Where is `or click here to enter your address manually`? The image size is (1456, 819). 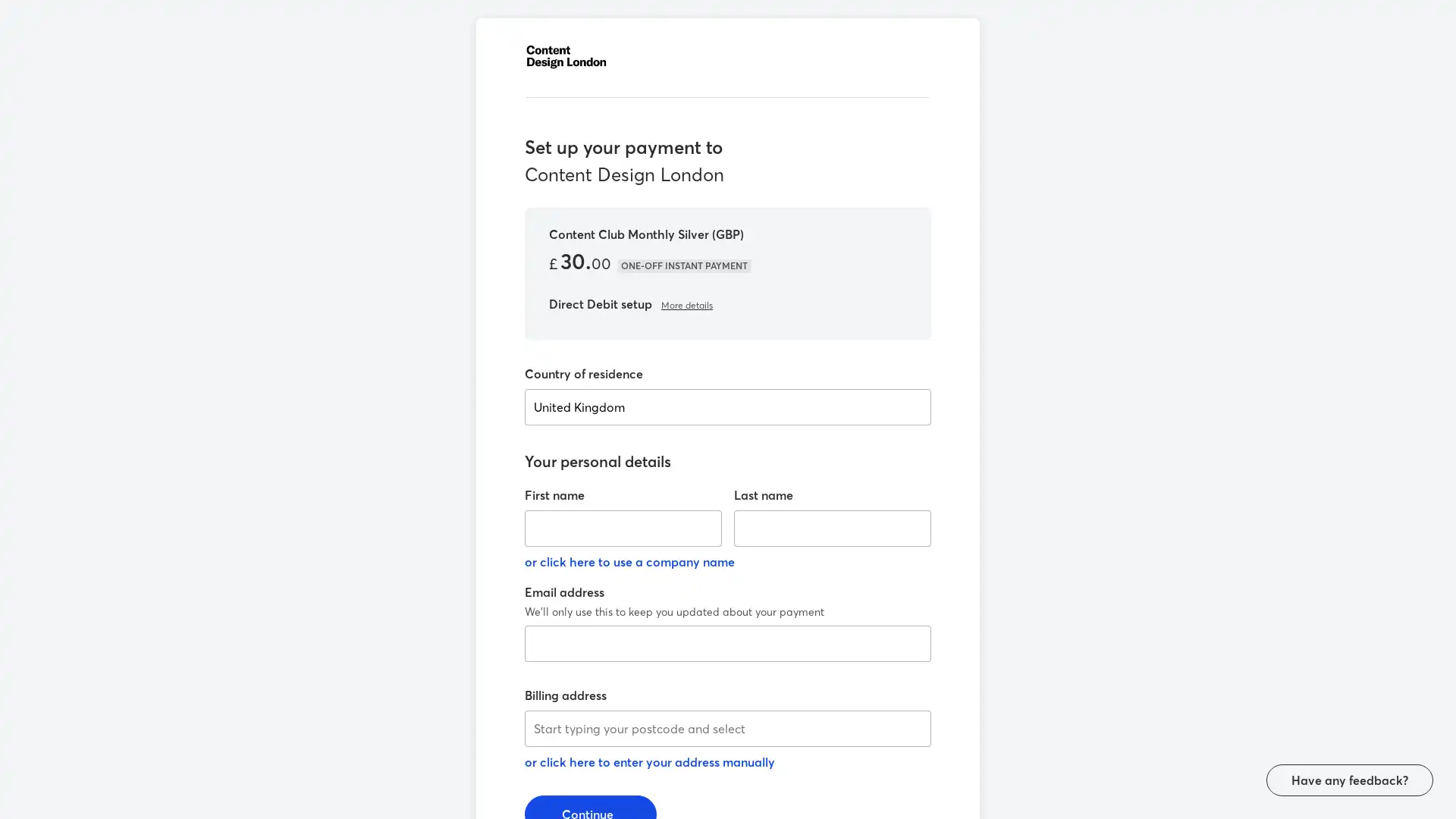 or click here to enter your address manually is located at coordinates (650, 759).